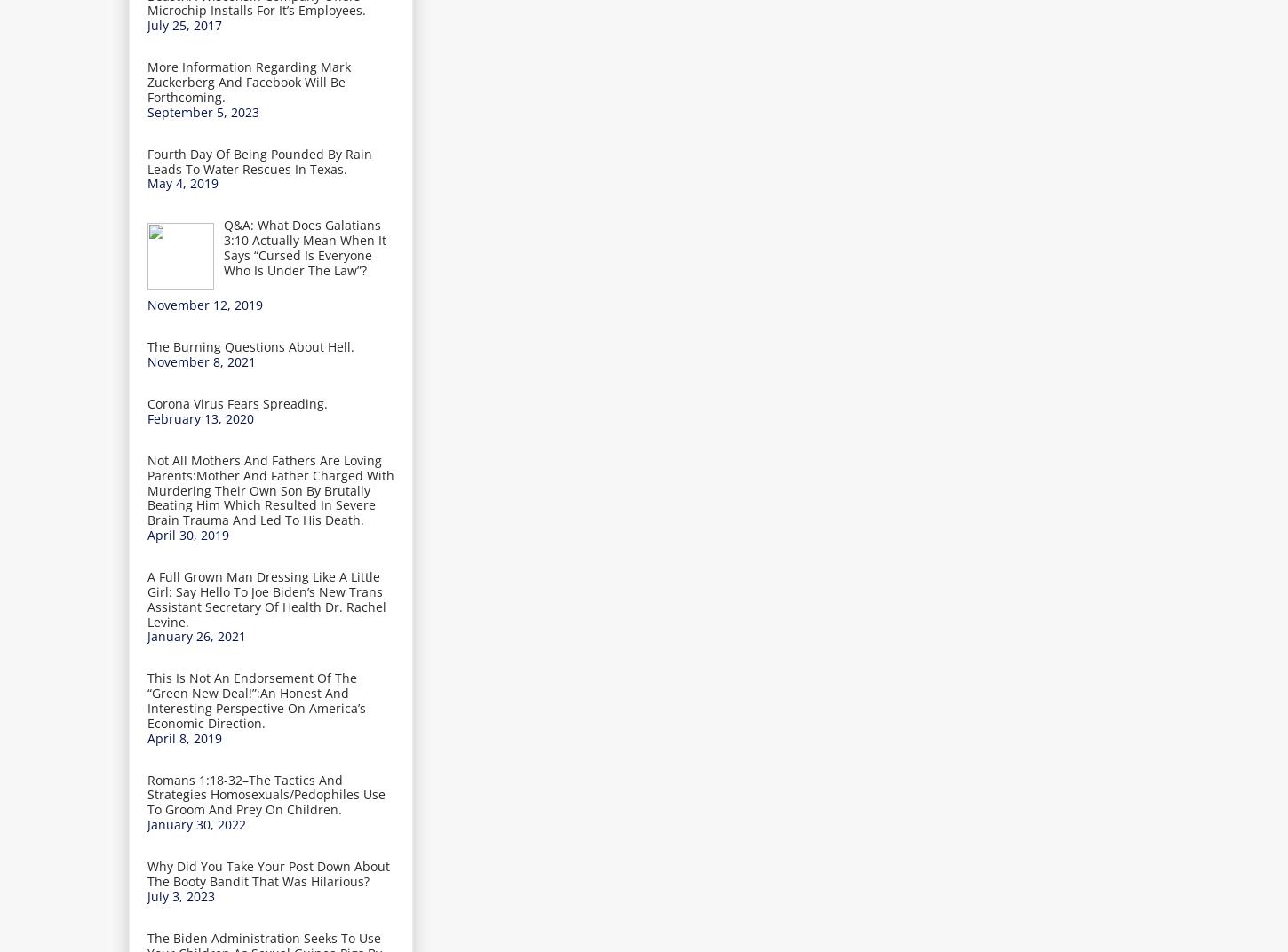  Describe the element at coordinates (304, 246) in the screenshot. I see `'Q&A: What Does Galatians 3:10 Actually Mean When It Says “Cursed Is Everyone Who Is Under The Law”?'` at that location.